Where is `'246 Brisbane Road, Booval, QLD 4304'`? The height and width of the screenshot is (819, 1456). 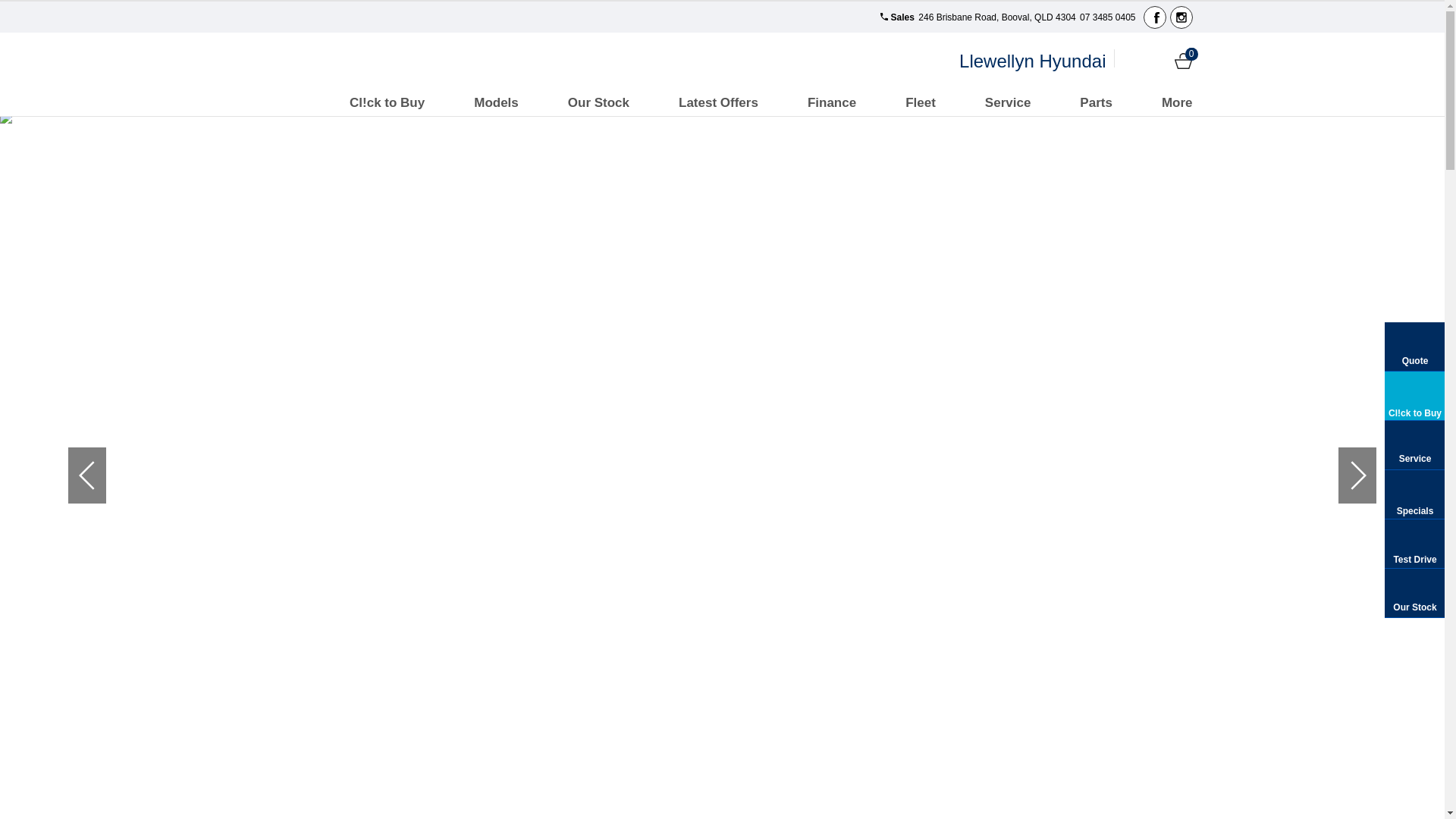
'246 Brisbane Road, Booval, QLD 4304' is located at coordinates (996, 17).